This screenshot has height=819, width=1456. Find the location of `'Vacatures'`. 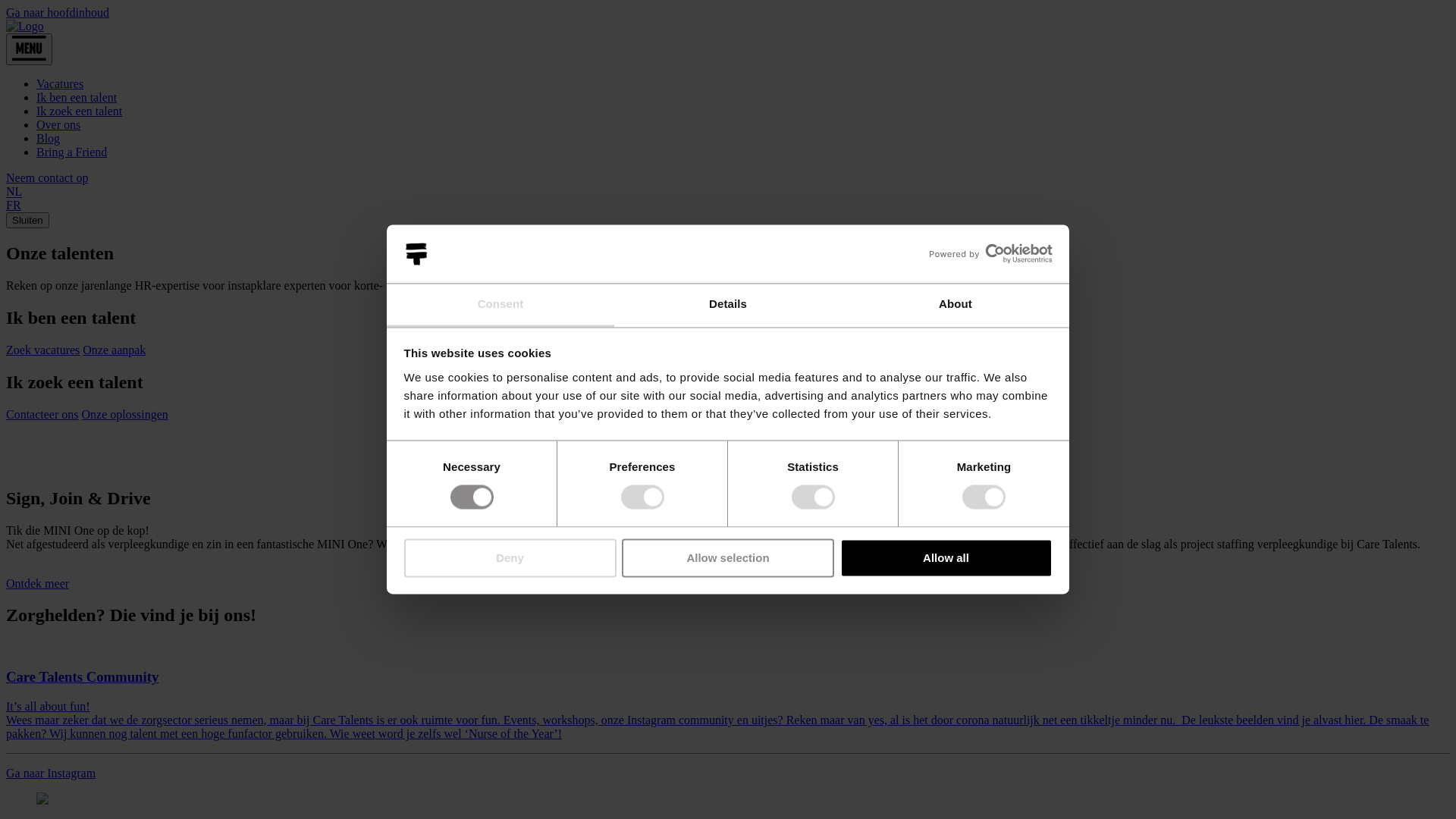

'Vacatures' is located at coordinates (36, 83).